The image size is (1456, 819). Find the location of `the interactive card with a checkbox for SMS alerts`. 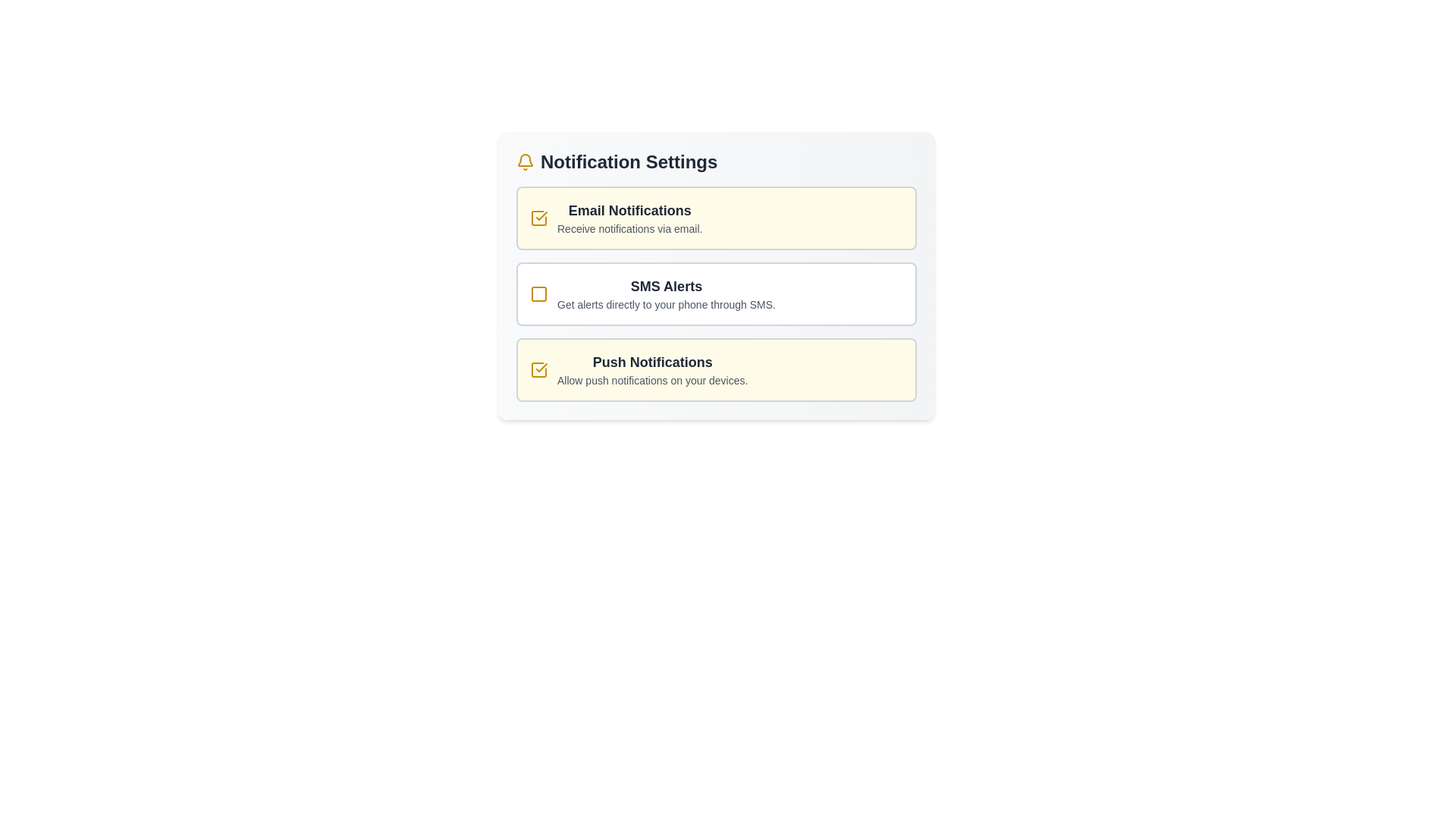

the interactive card with a checkbox for SMS alerts is located at coordinates (716, 275).